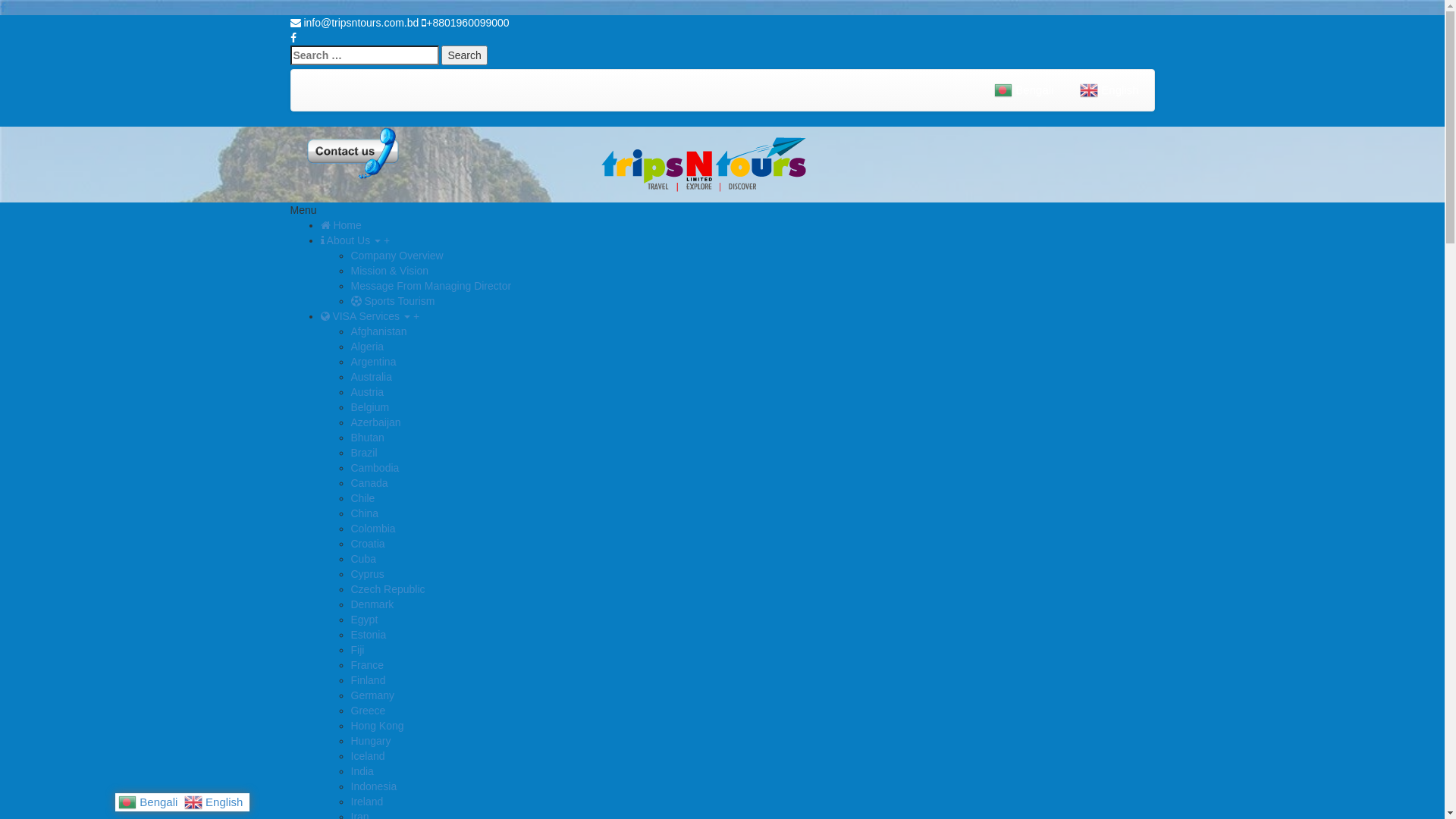  What do you see at coordinates (389, 270) in the screenshot?
I see `'Mission & Vision'` at bounding box center [389, 270].